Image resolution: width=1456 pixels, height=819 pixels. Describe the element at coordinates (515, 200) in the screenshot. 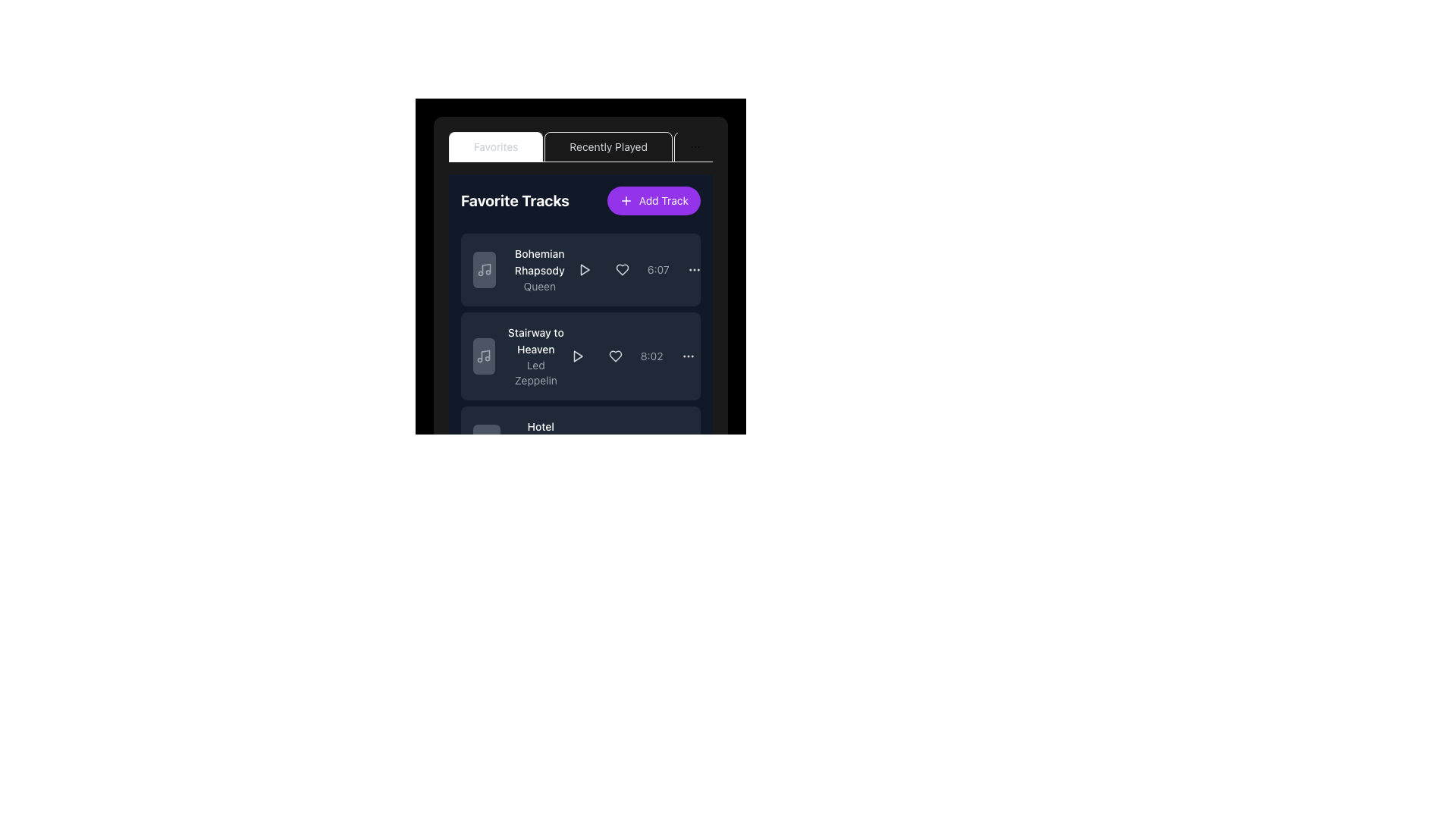

I see `the 'Favorite Tracks' header text element located at the top left of the content panel` at that location.